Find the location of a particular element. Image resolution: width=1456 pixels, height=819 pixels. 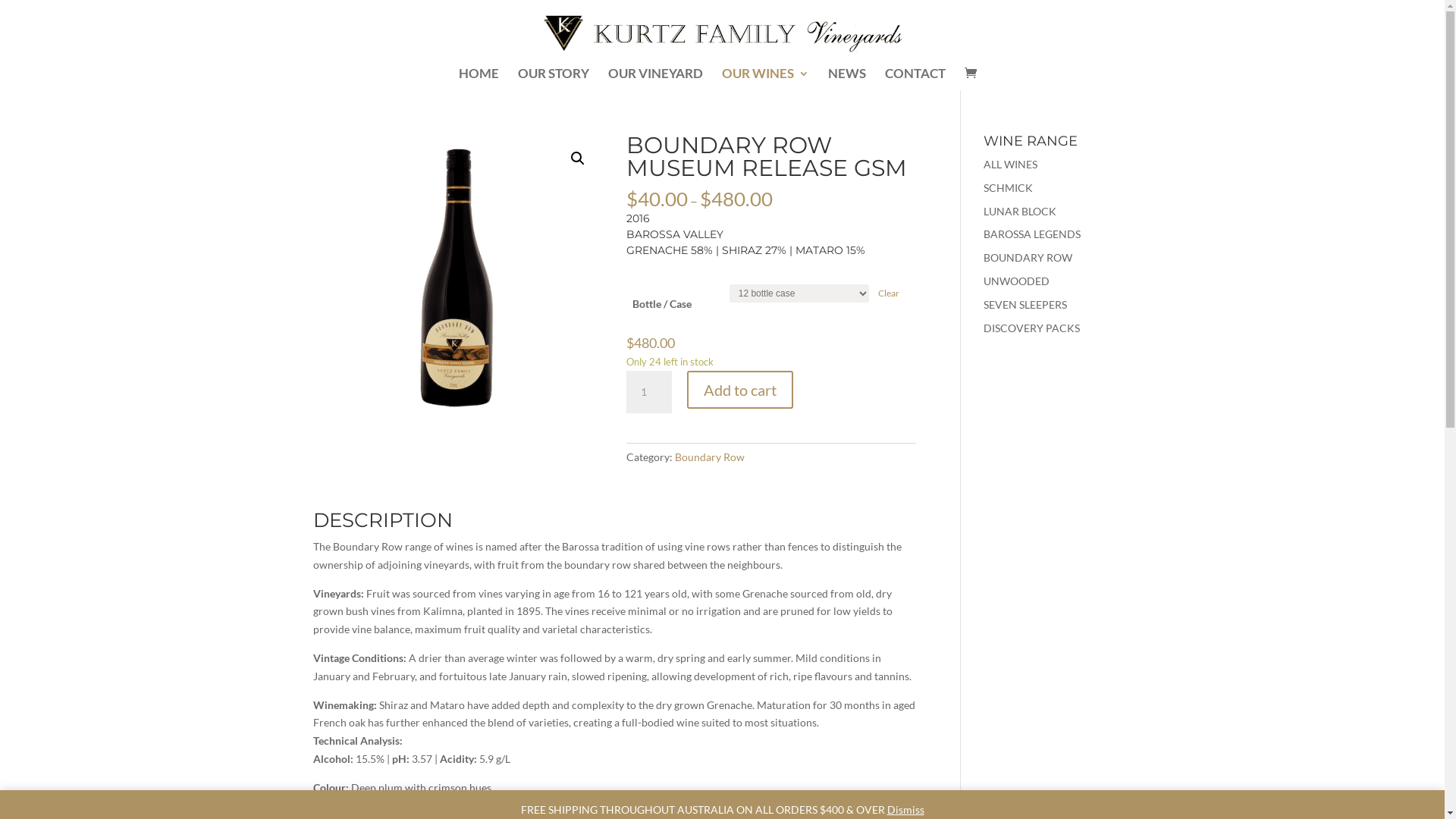

'UNWOODED' is located at coordinates (1016, 281).